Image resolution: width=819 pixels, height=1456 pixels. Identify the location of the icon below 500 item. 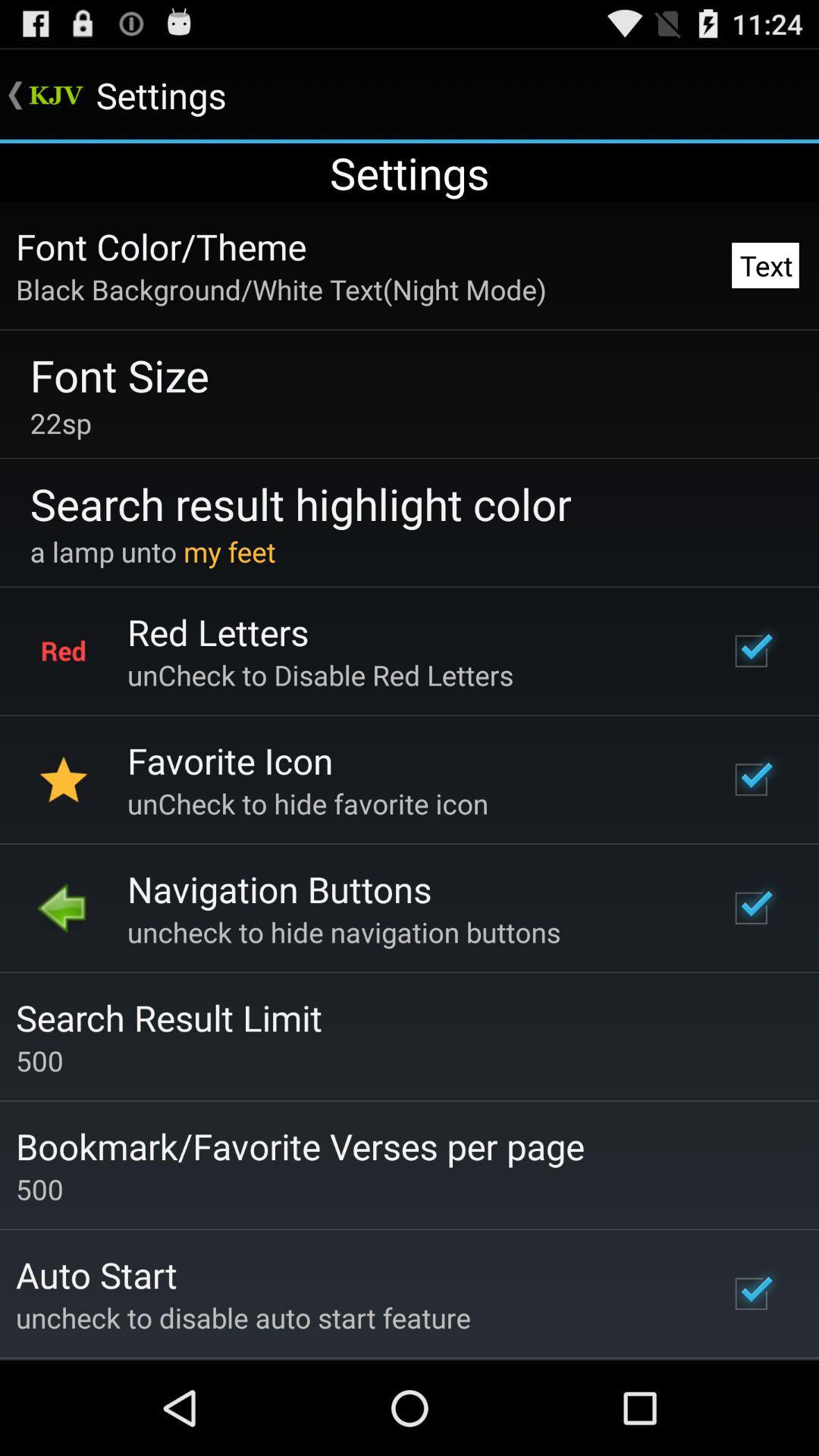
(300, 1146).